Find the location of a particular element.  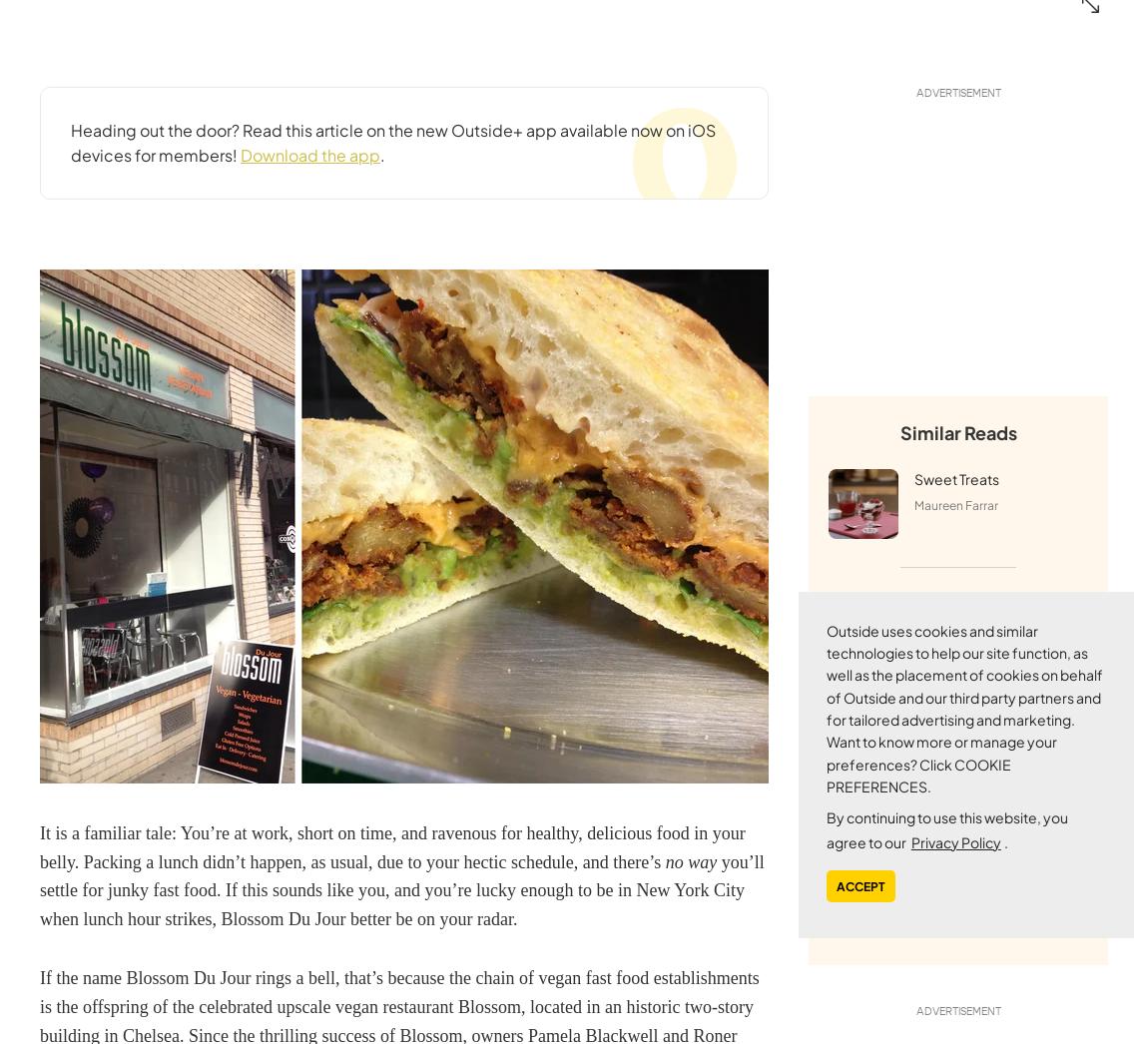

'Outside uses cookies and similar technologies to help our site function, as well as the placement of cookies on behalf of Outside and our third party partners and for tailored advertising and marketing. Want to know more or manage your preferences? Click COOKIE PREFERENCES.' is located at coordinates (964, 708).